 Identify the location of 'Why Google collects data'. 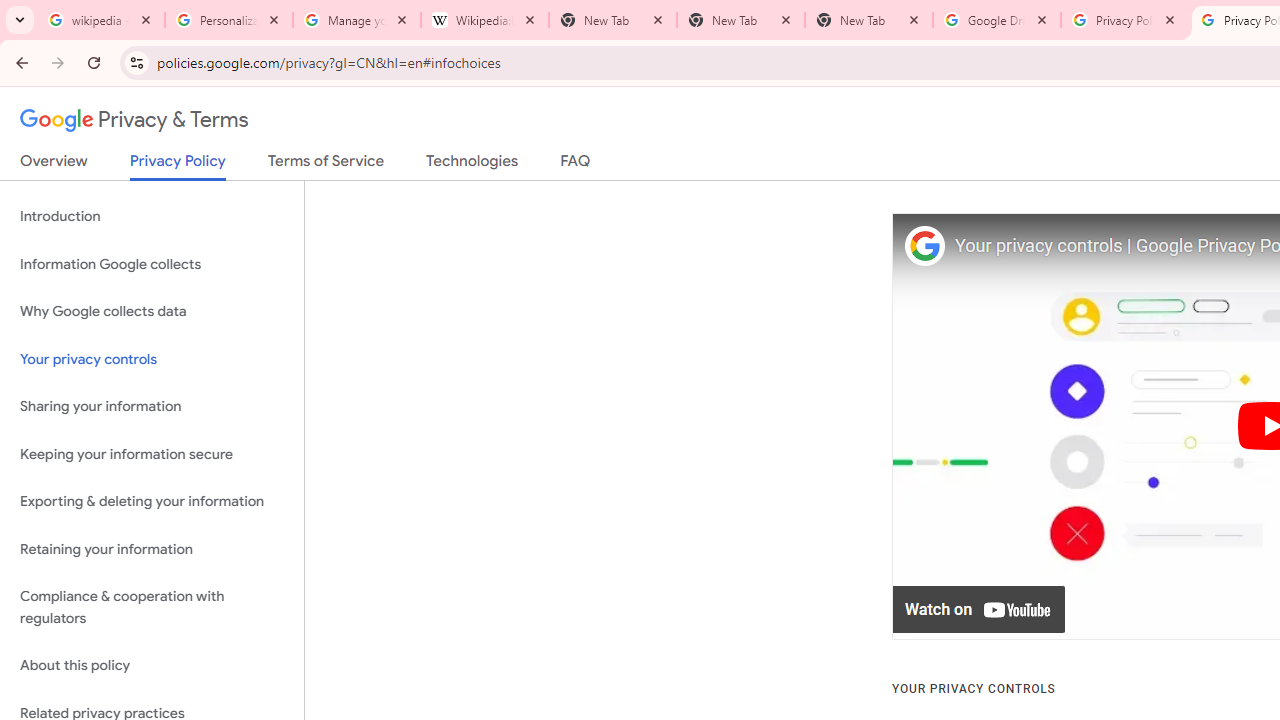
(151, 312).